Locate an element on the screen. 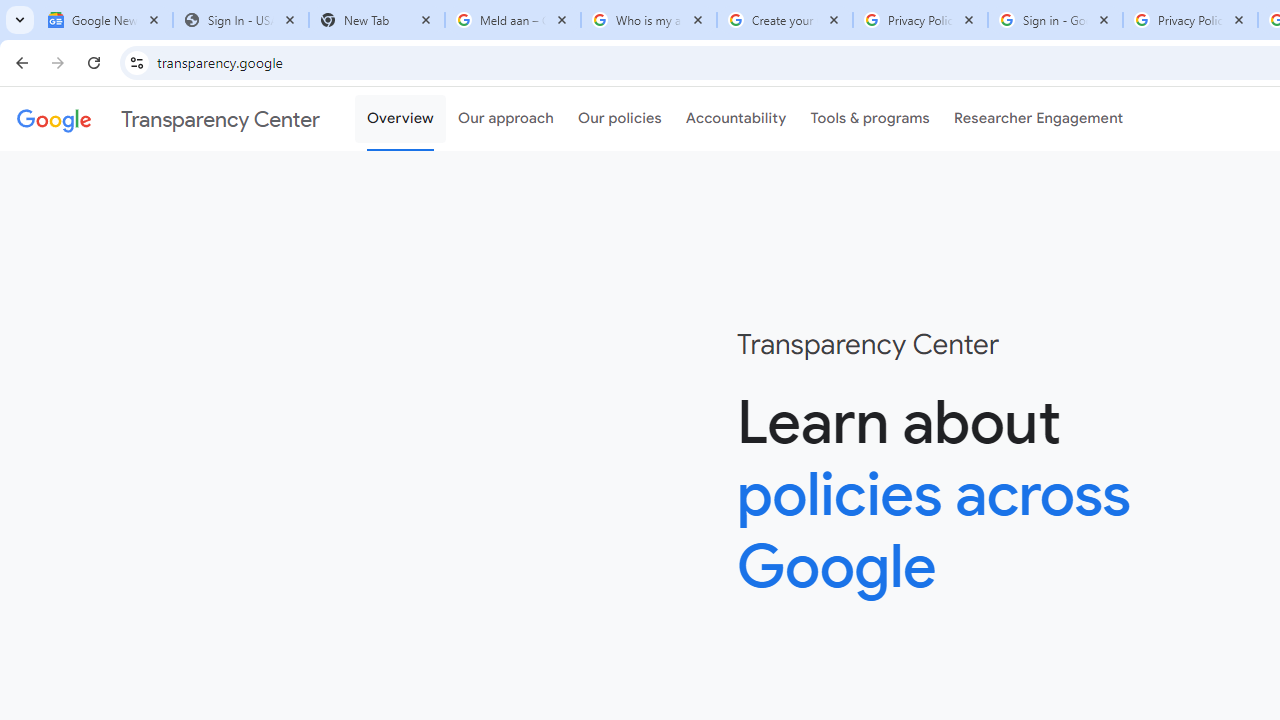  'Who is my administrator? - Google Account Help' is located at coordinates (648, 20).